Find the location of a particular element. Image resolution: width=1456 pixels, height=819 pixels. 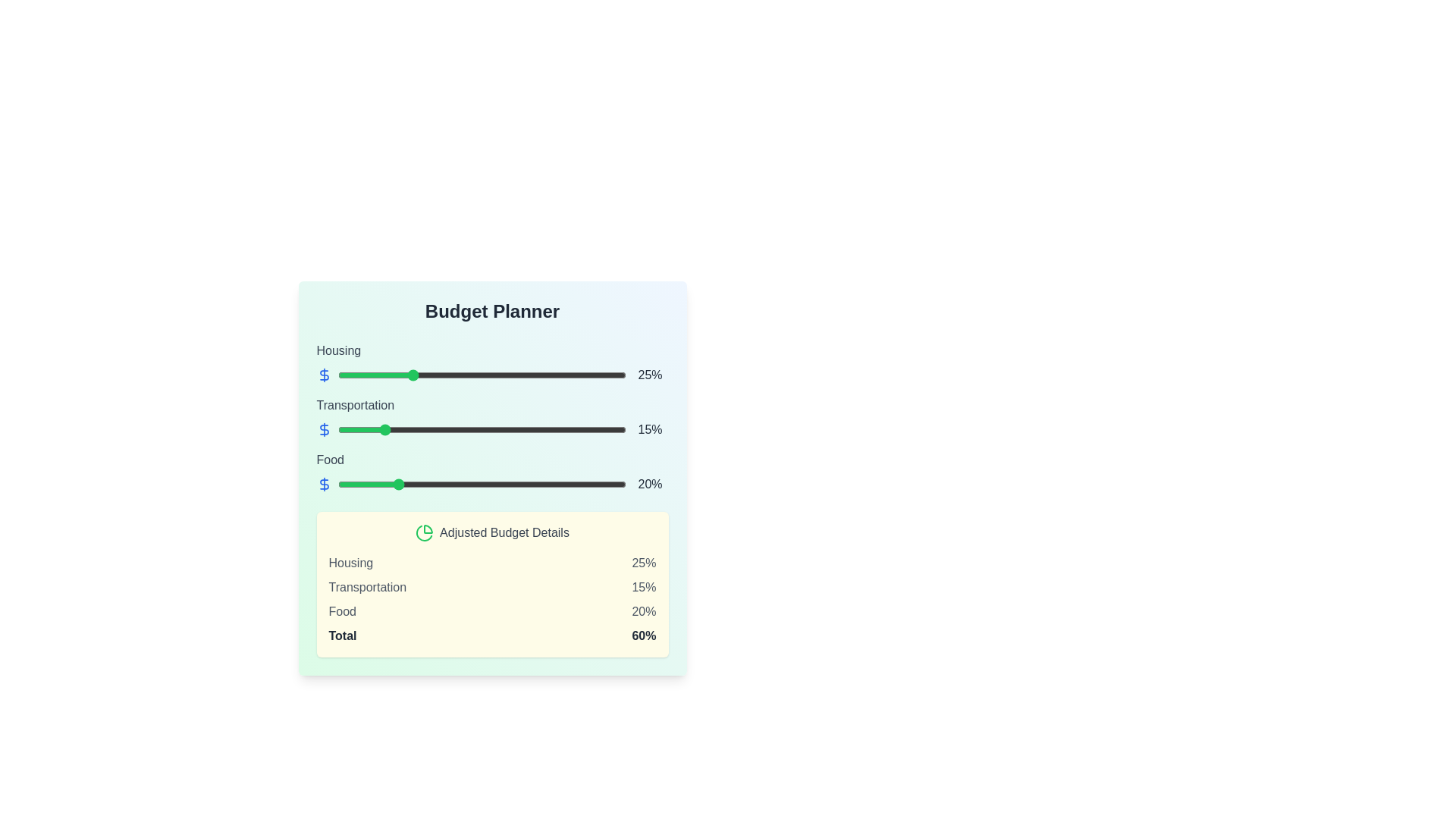

transportation budget percentage is located at coordinates (406, 430).